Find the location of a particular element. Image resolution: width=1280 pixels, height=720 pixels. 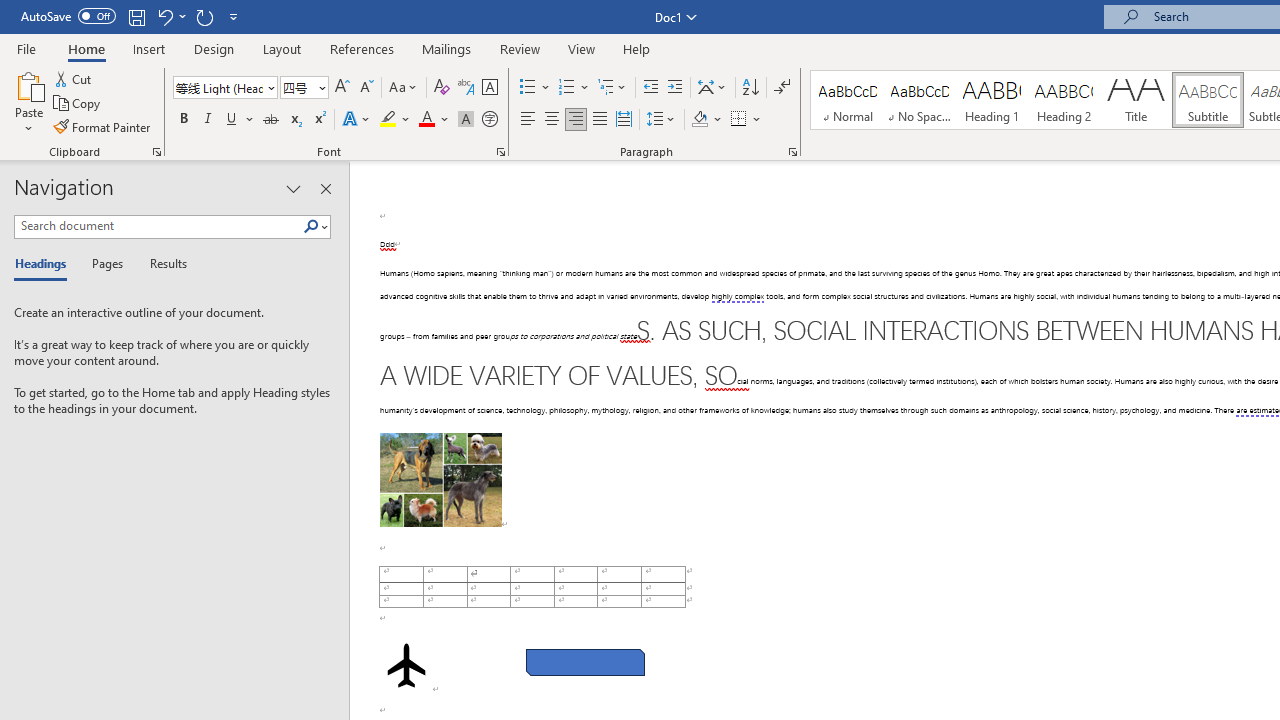

'Shading RGB(0, 0, 0)' is located at coordinates (699, 119).